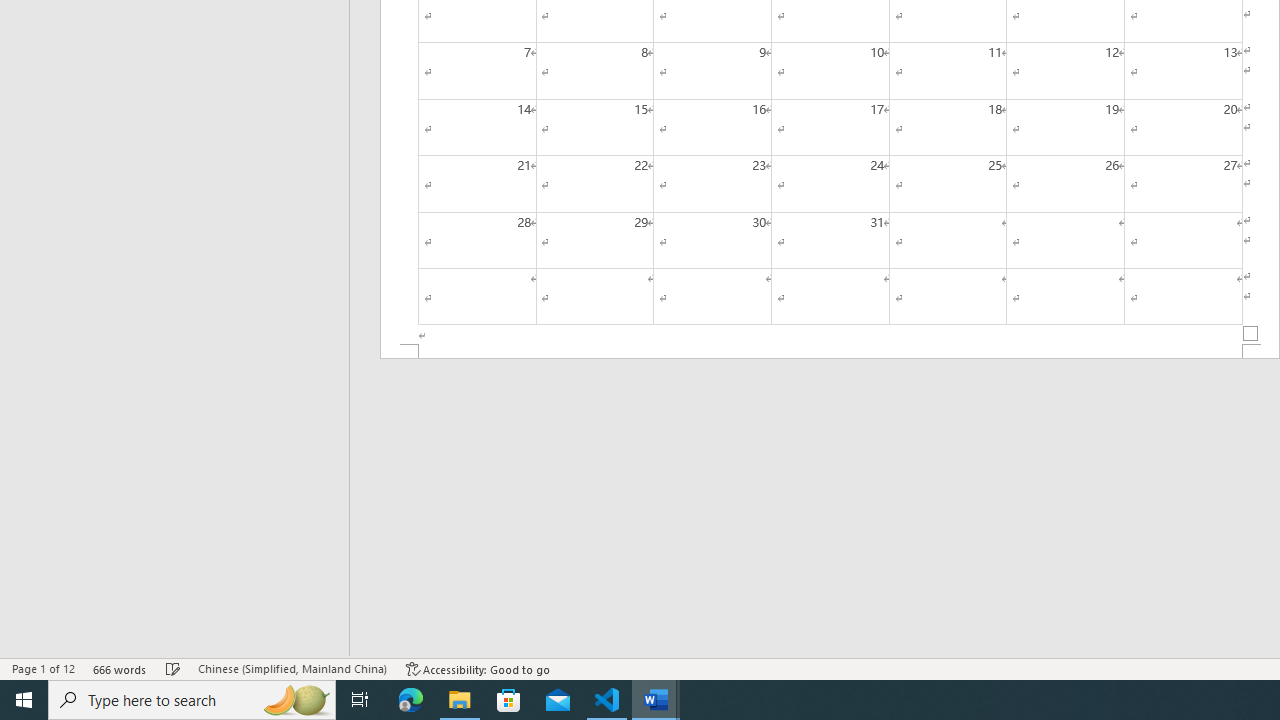  Describe the element at coordinates (830, 350) in the screenshot. I see `'Footer -Section 1-'` at that location.